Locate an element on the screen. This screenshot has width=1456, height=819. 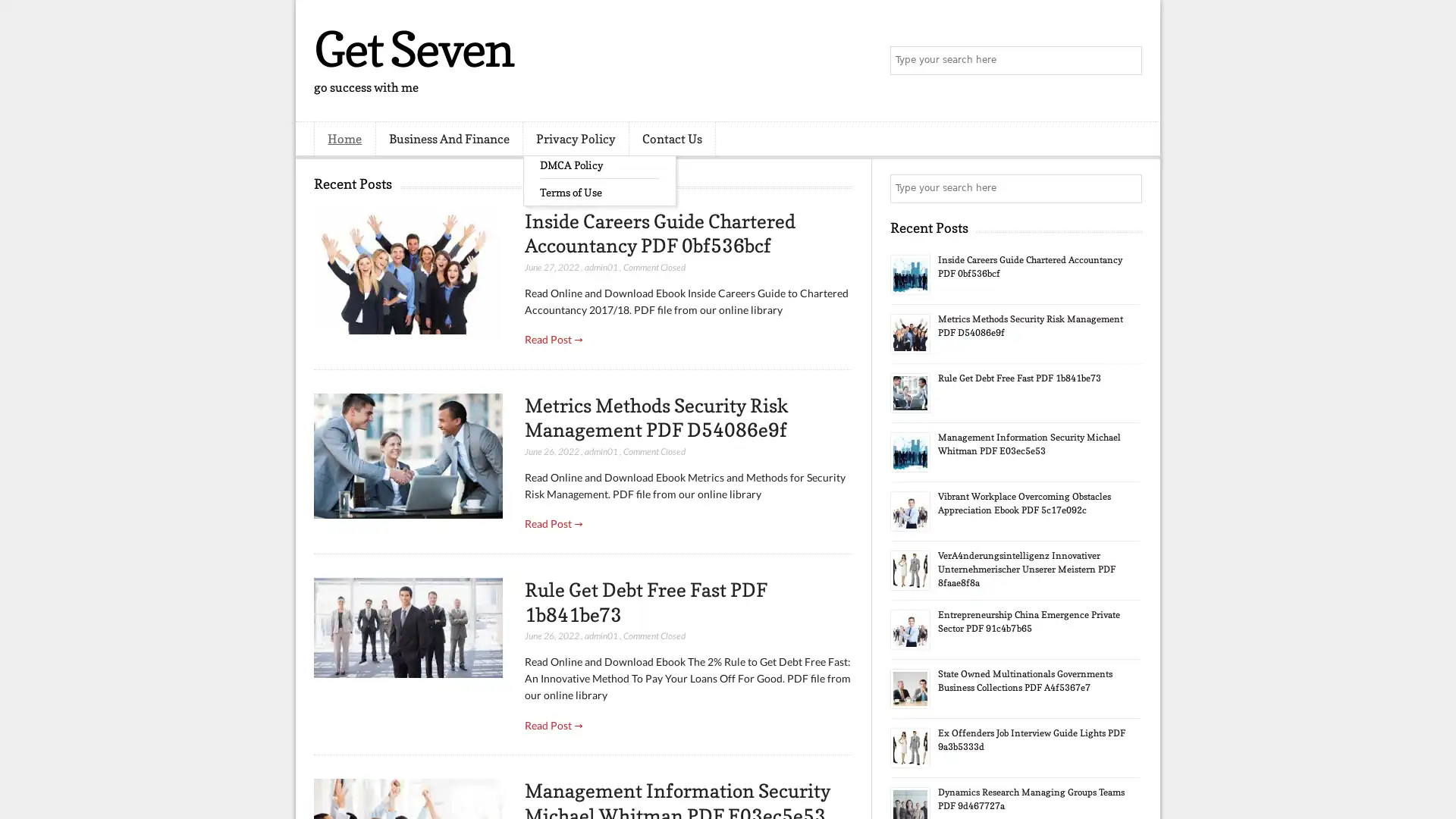
Search is located at coordinates (1126, 188).